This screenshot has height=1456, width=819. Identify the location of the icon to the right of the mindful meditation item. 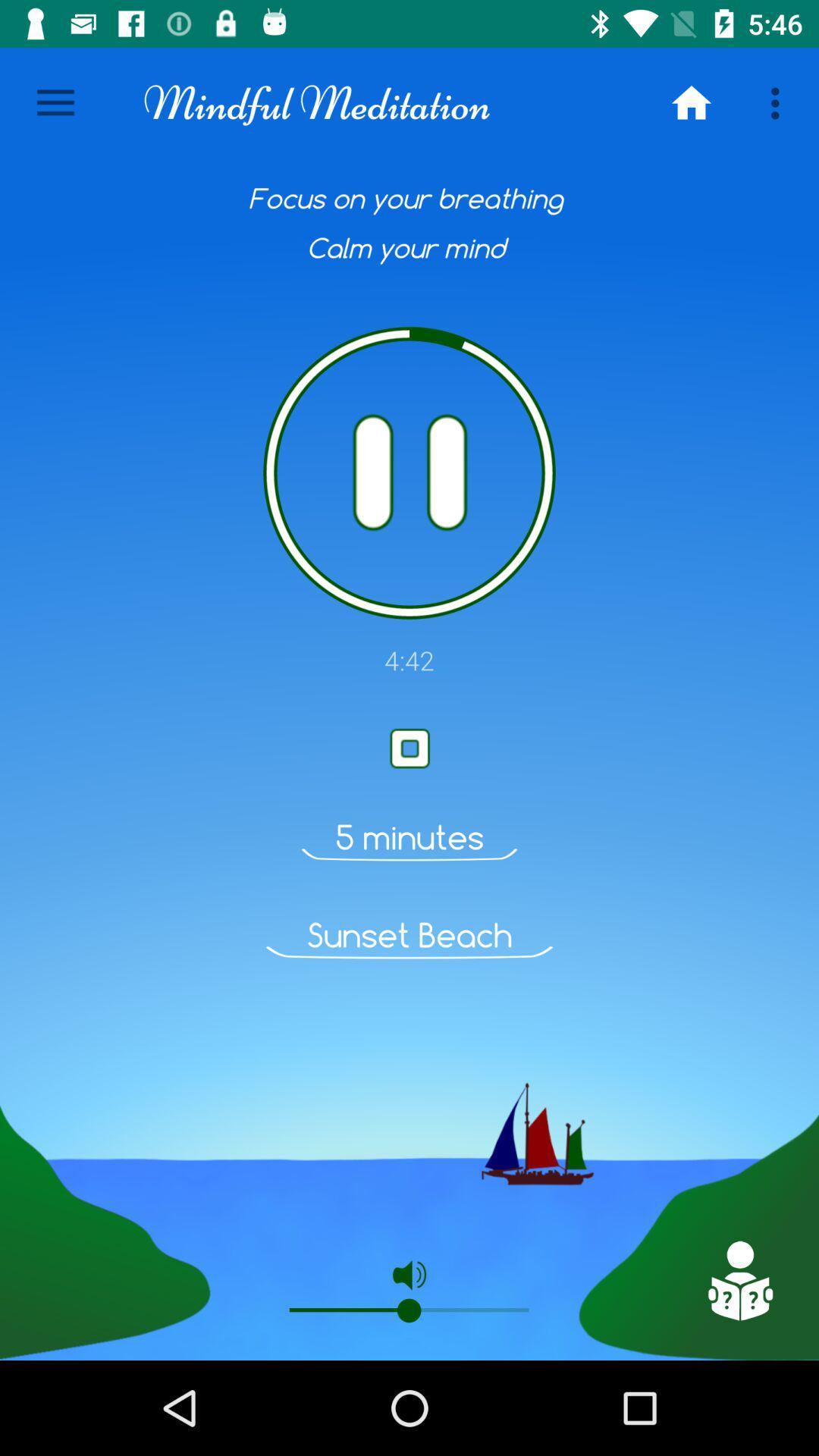
(691, 102).